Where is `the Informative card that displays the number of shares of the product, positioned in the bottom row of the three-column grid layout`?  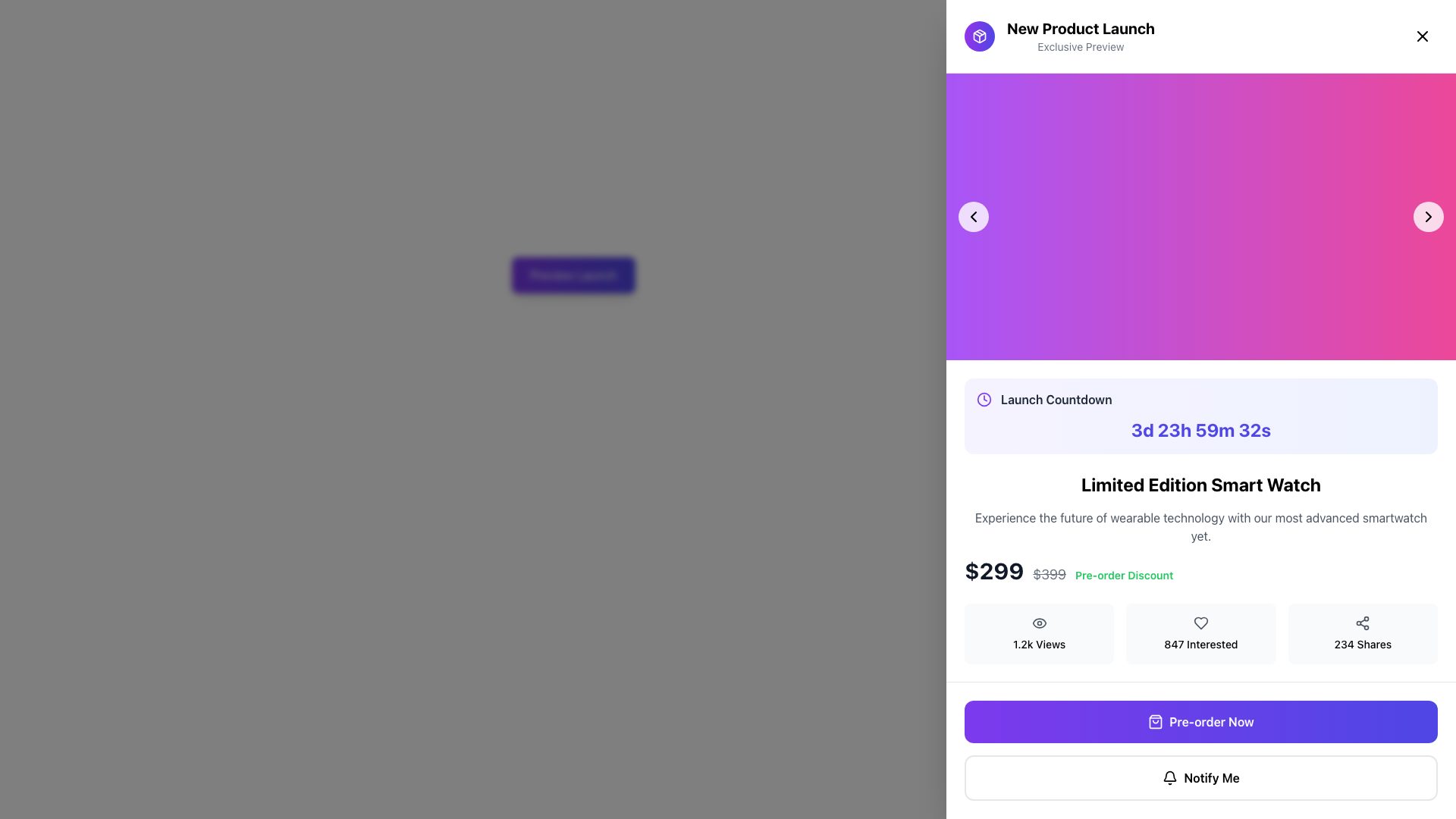 the Informative card that displays the number of shares of the product, positioned in the bottom row of the three-column grid layout is located at coordinates (1363, 634).